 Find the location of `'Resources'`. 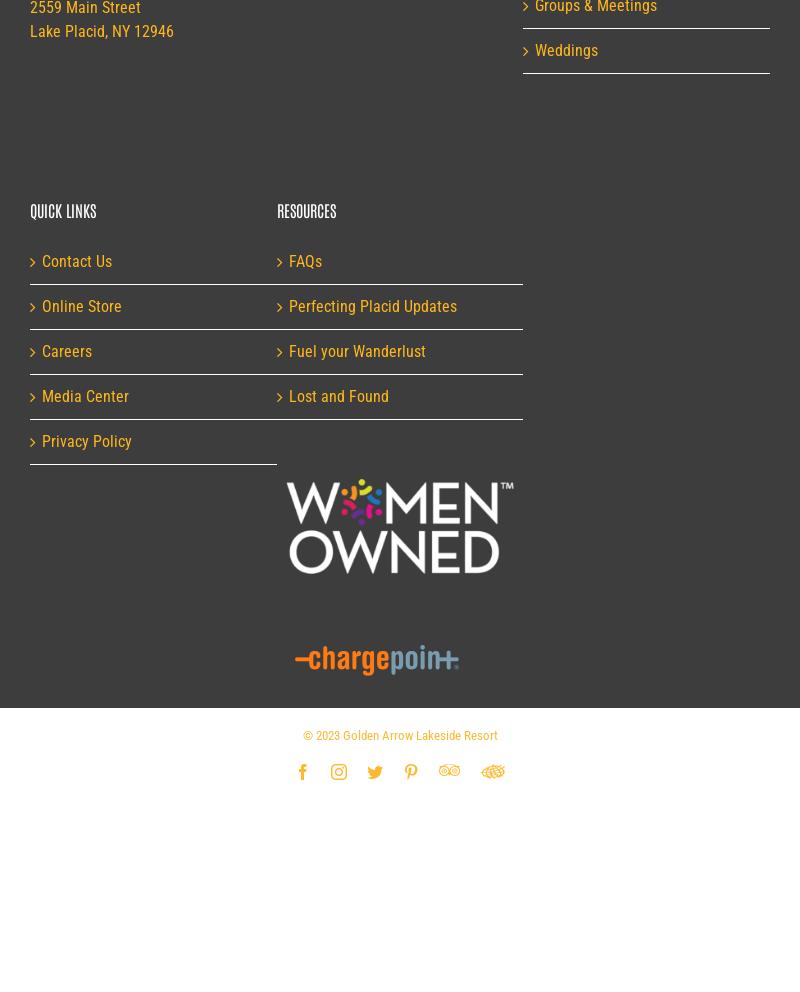

'Resources' is located at coordinates (304, 210).